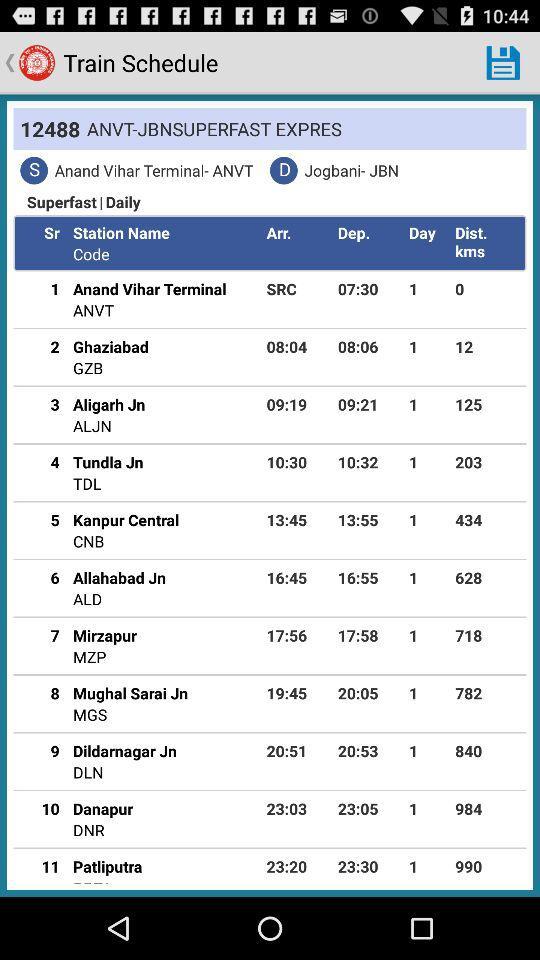 The image size is (540, 960). What do you see at coordinates (43, 346) in the screenshot?
I see `the item below 1 app` at bounding box center [43, 346].